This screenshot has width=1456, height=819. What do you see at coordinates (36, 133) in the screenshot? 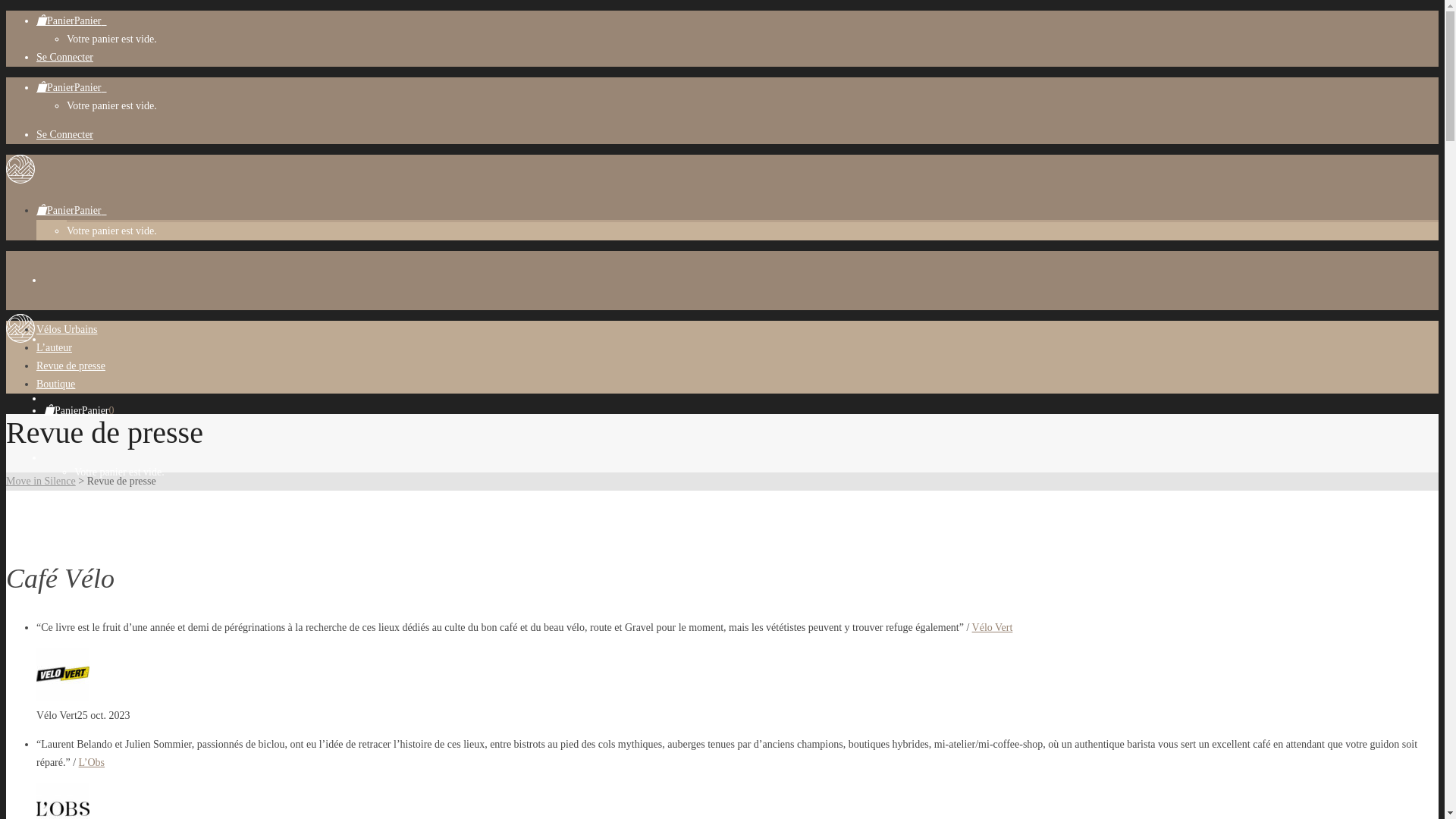
I see `'Se Connecter'` at bounding box center [36, 133].